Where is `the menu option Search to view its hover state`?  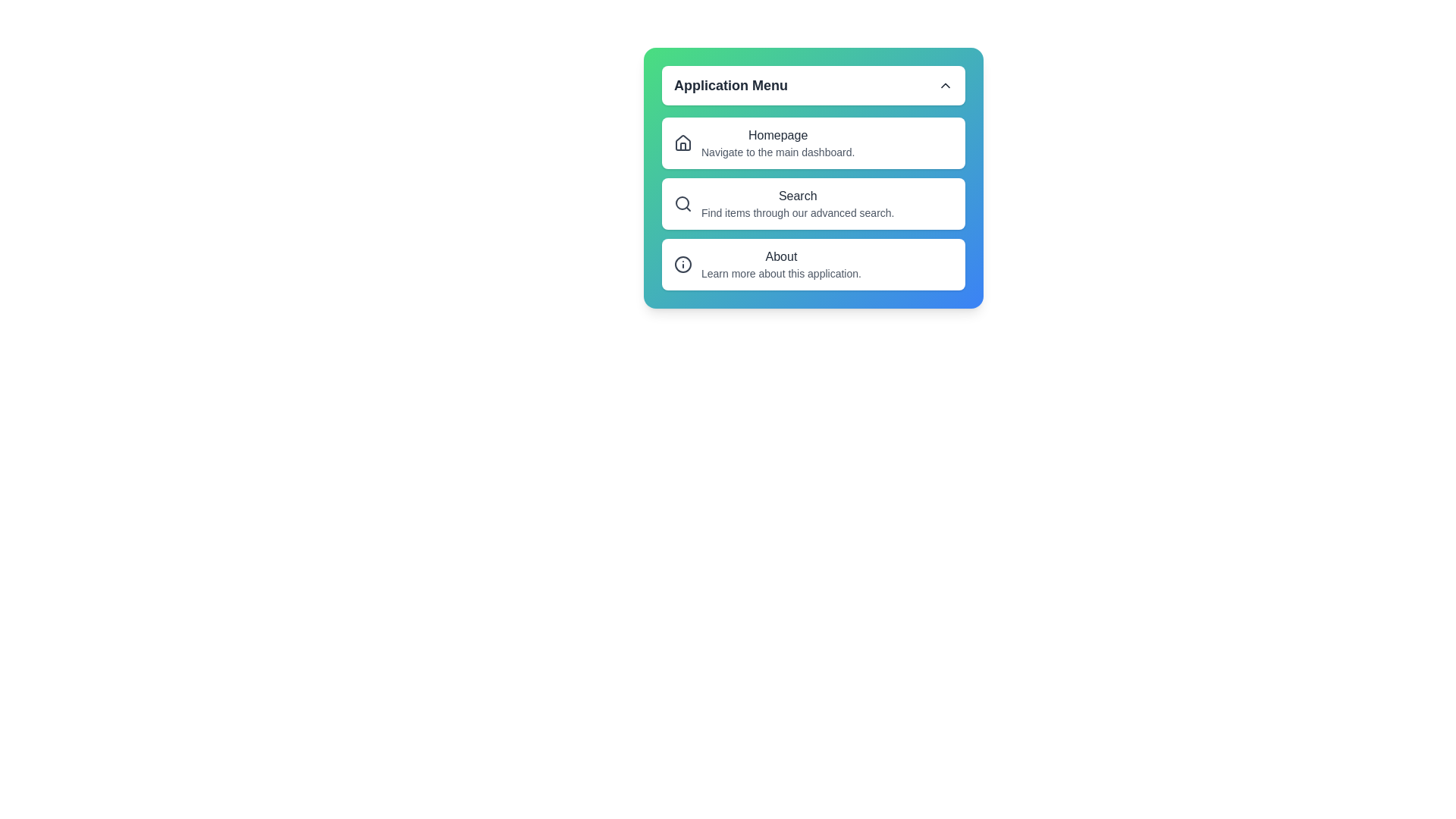
the menu option Search to view its hover state is located at coordinates (813, 203).